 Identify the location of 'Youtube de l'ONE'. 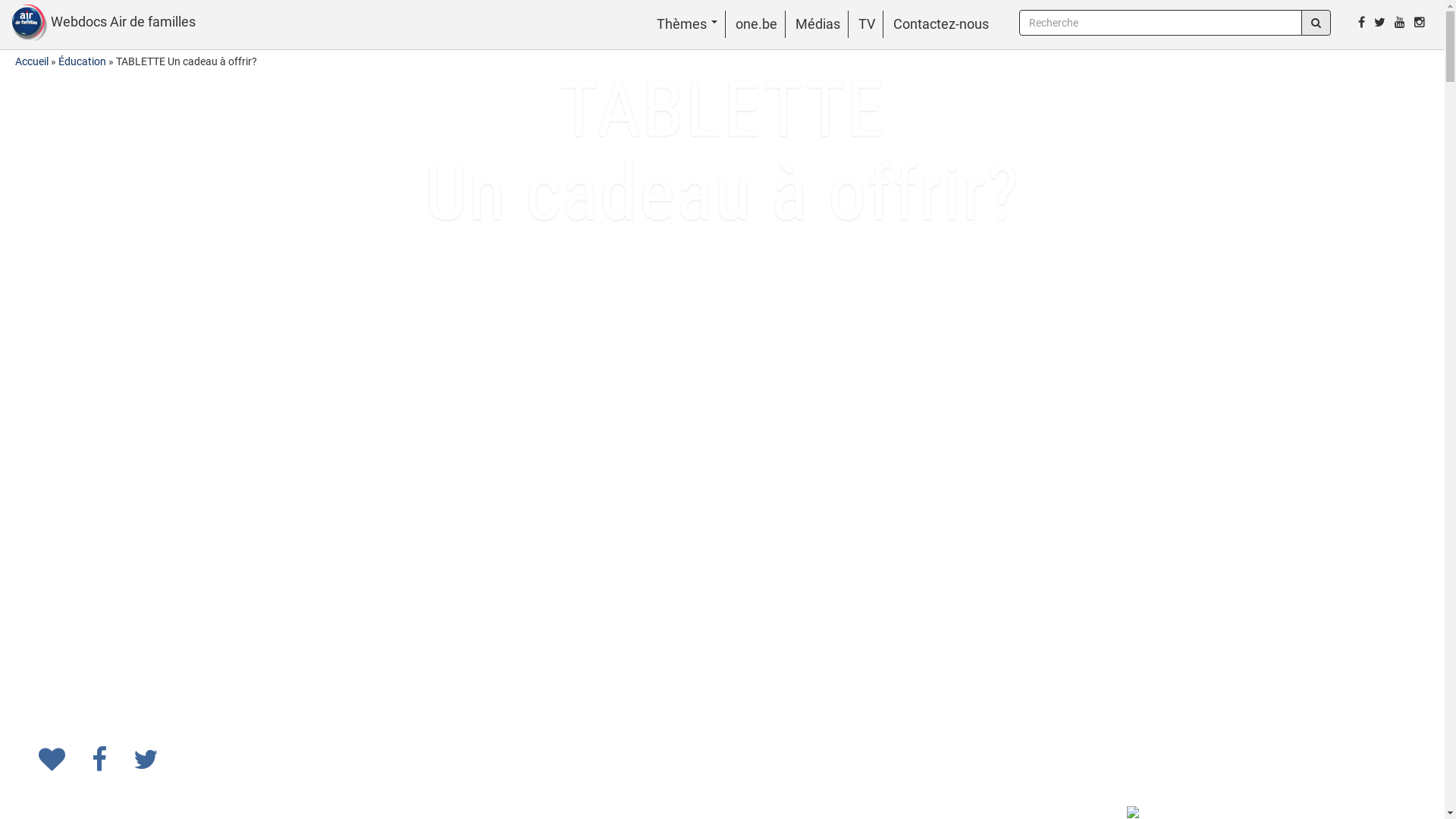
(1390, 22).